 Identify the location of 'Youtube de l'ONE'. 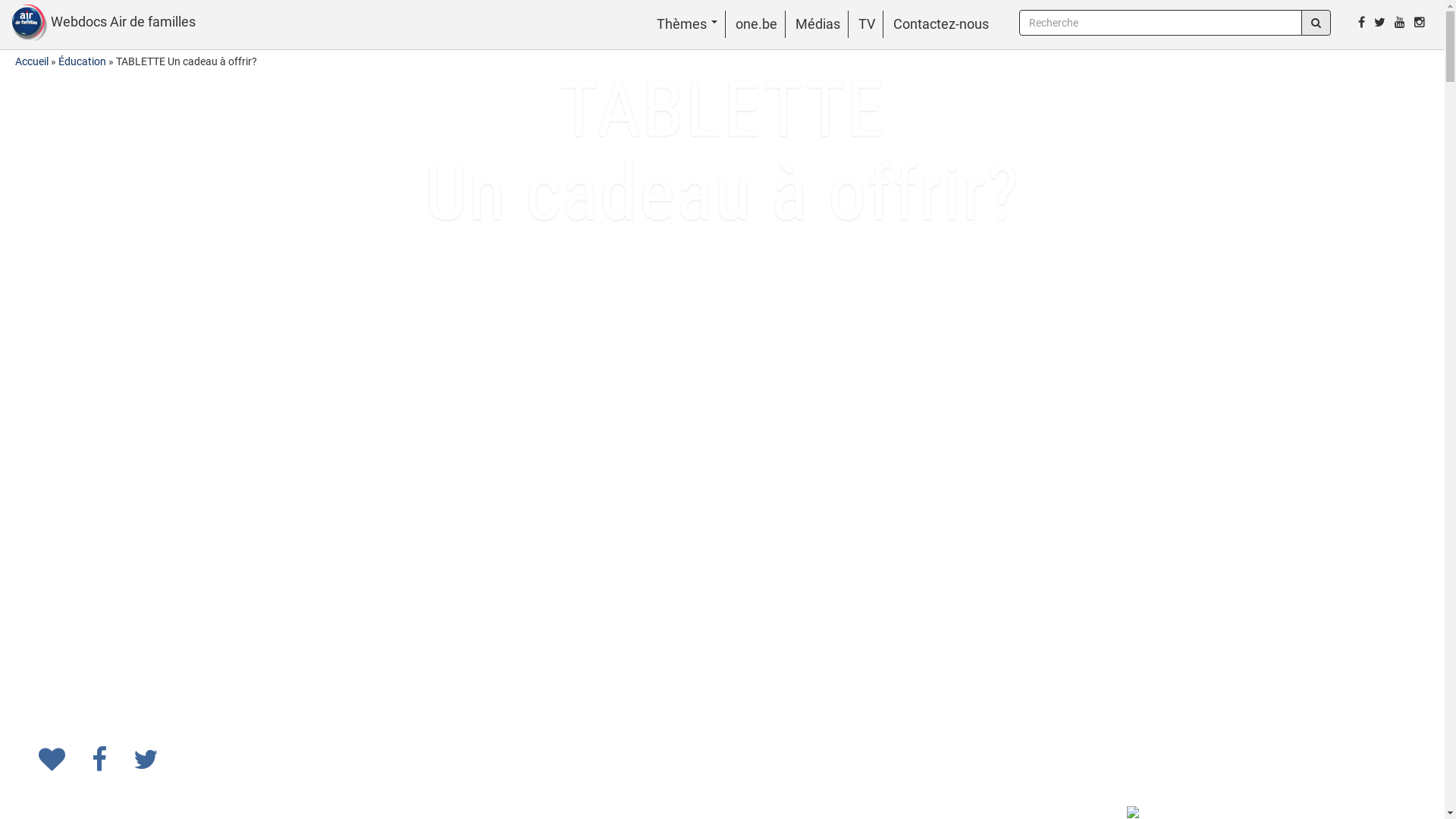
(1390, 22).